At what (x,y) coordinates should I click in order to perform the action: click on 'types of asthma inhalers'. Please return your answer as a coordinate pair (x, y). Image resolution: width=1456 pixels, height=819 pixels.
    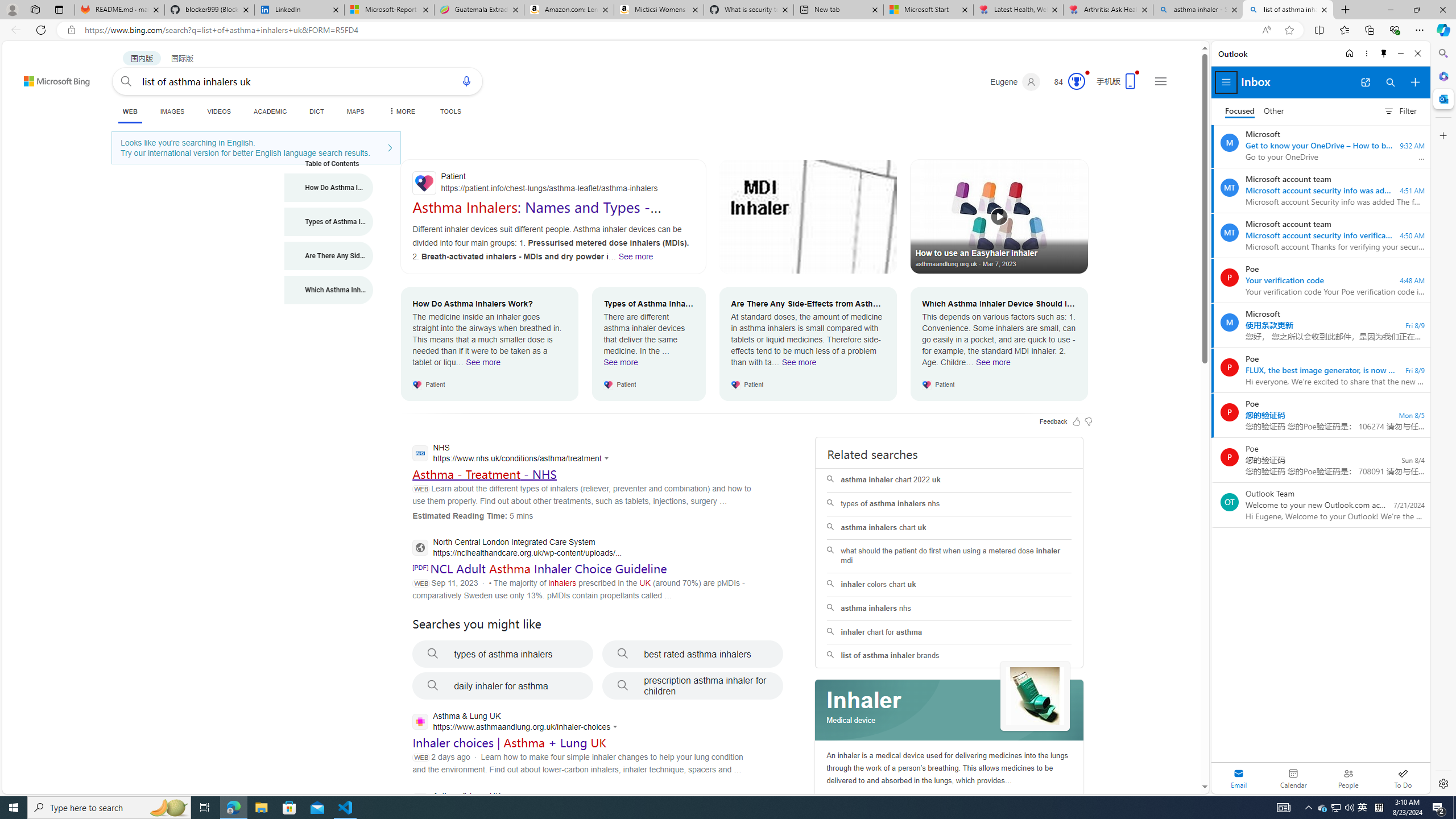
    Looking at the image, I should click on (503, 653).